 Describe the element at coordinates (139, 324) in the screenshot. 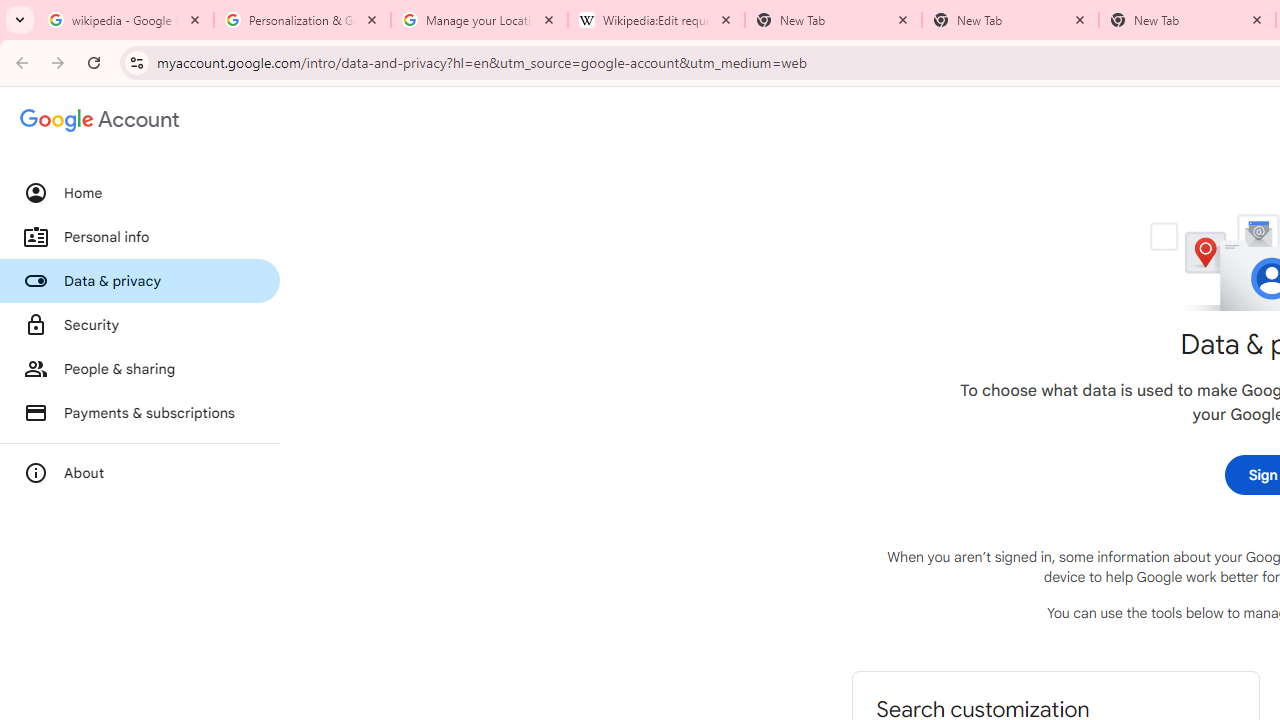

I see `'Security'` at that location.